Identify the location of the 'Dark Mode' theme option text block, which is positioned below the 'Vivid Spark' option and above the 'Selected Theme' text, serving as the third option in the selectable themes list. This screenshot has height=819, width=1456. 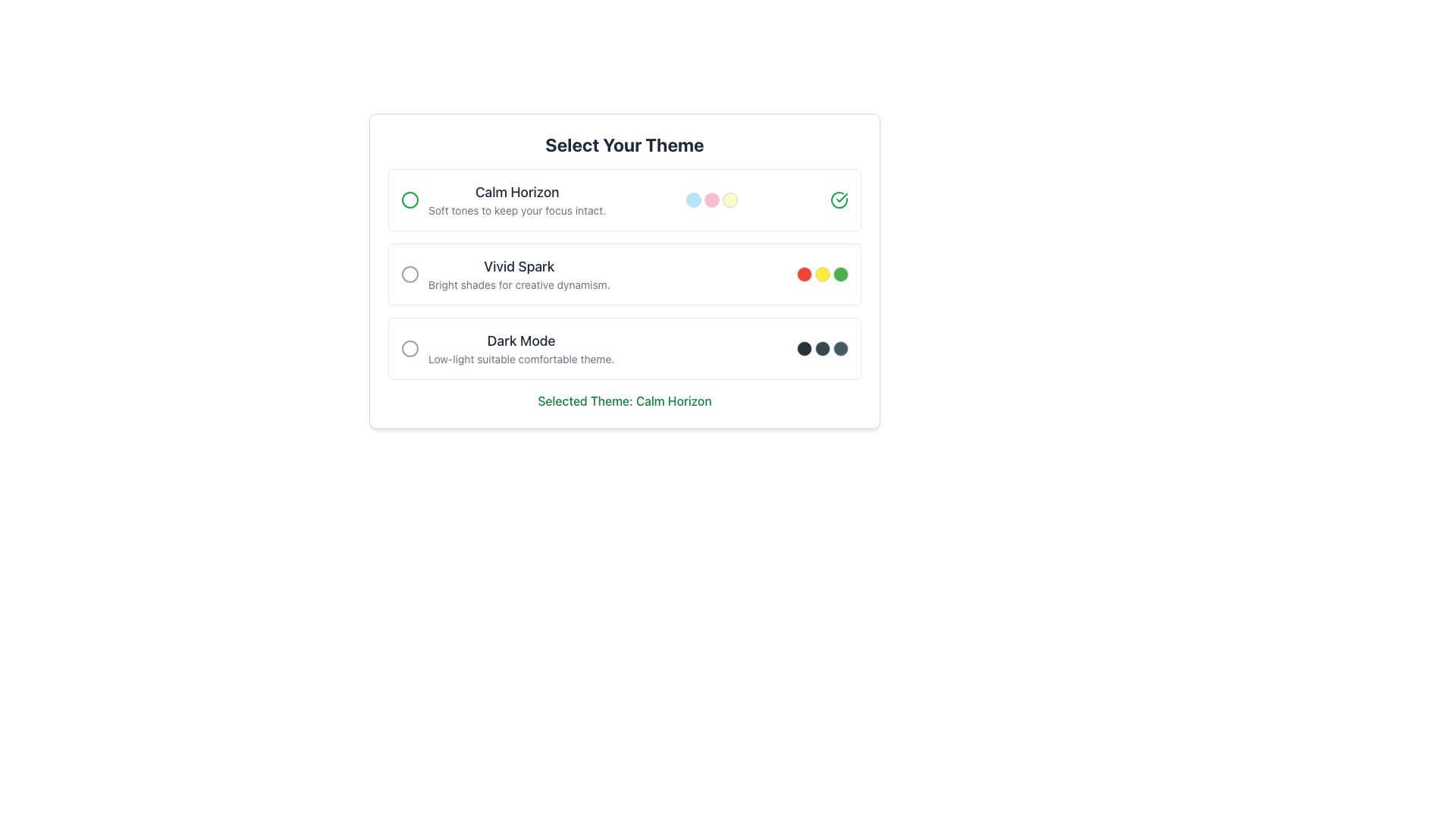
(521, 348).